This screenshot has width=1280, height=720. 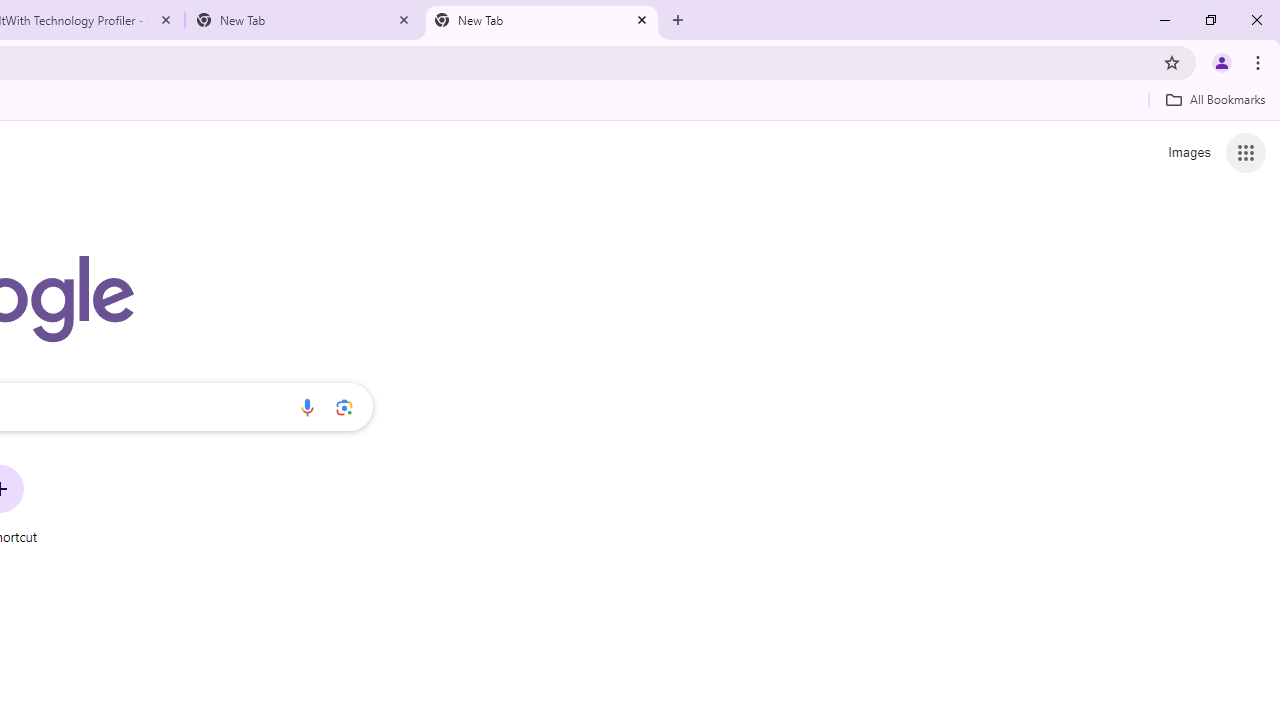 I want to click on 'All Bookmarks', so click(x=1214, y=99).